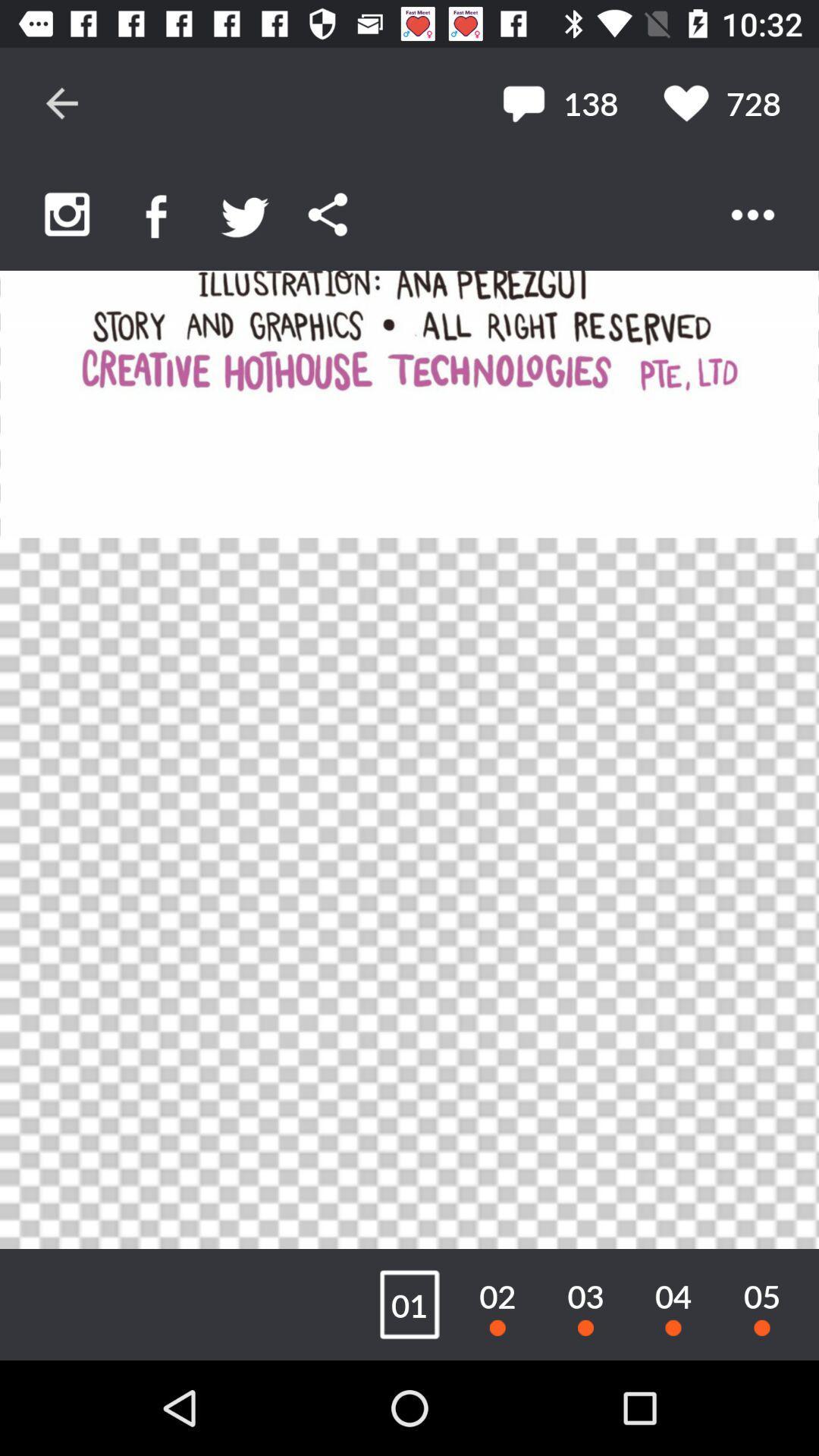 This screenshot has height=1456, width=819. Describe the element at coordinates (721, 102) in the screenshot. I see `icon next to the 138  icon` at that location.